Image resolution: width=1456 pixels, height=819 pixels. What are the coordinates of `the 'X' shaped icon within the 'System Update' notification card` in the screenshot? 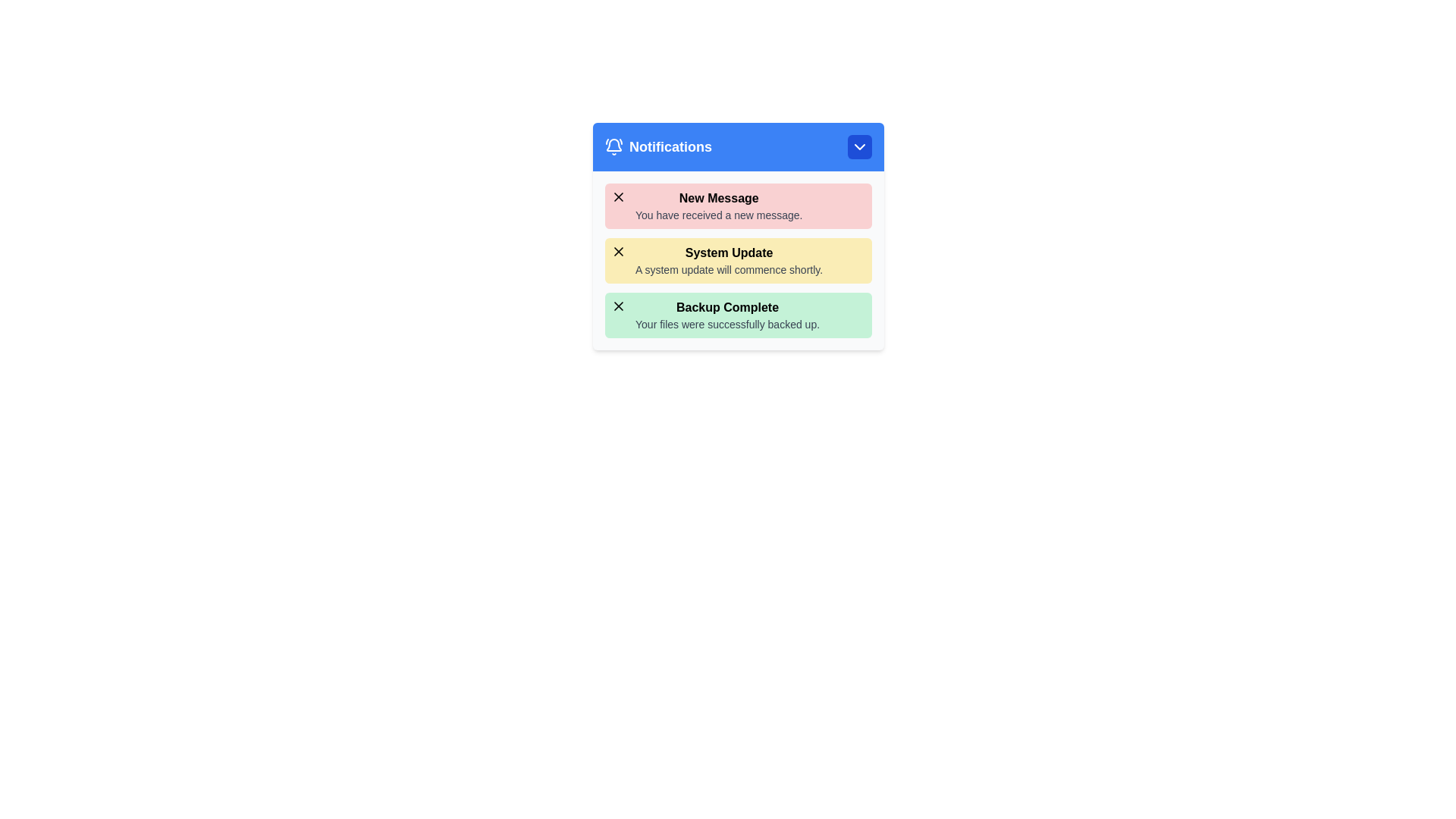 It's located at (619, 250).